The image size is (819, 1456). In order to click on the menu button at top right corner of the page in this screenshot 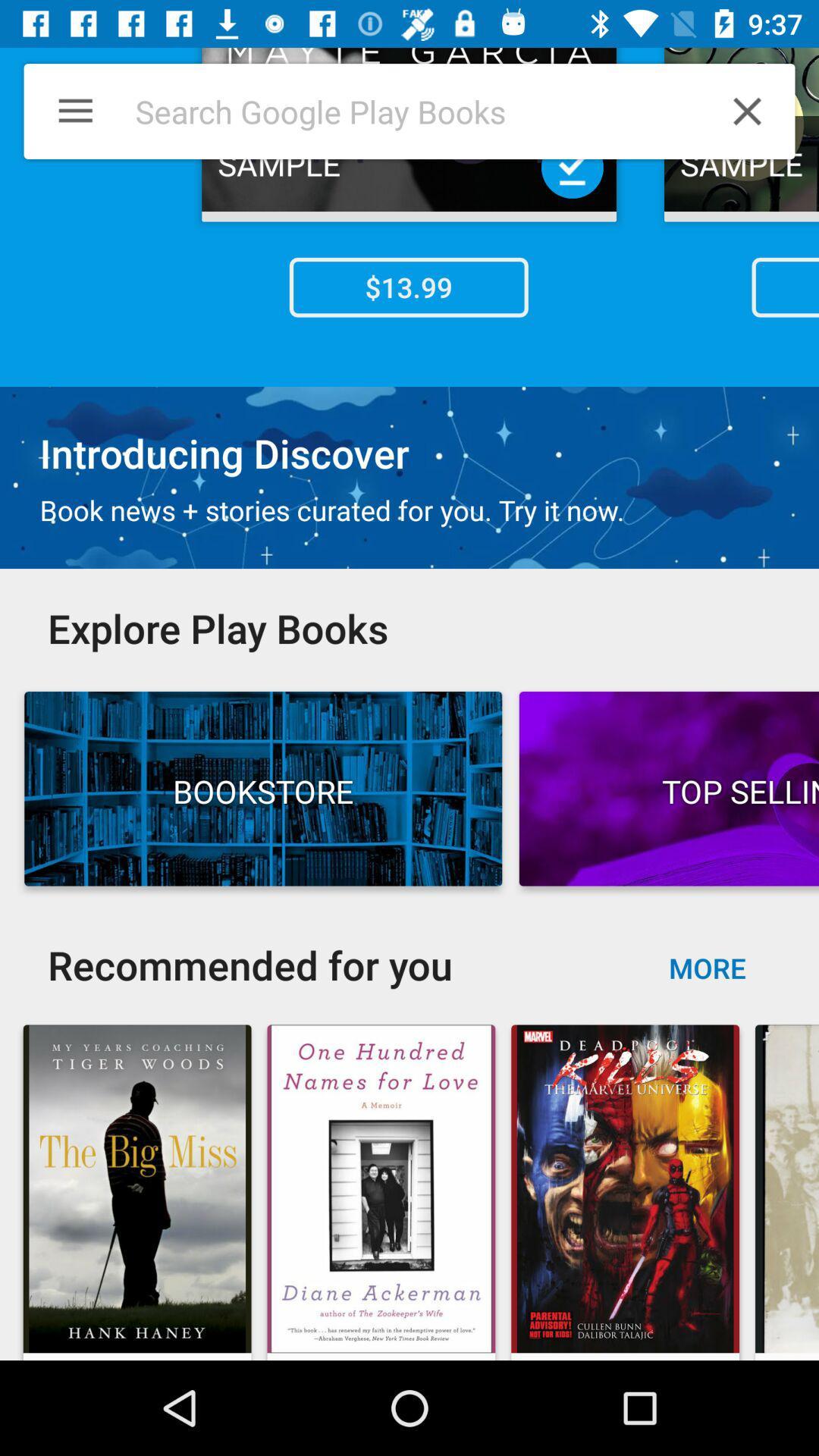, I will do `click(63, 111)`.